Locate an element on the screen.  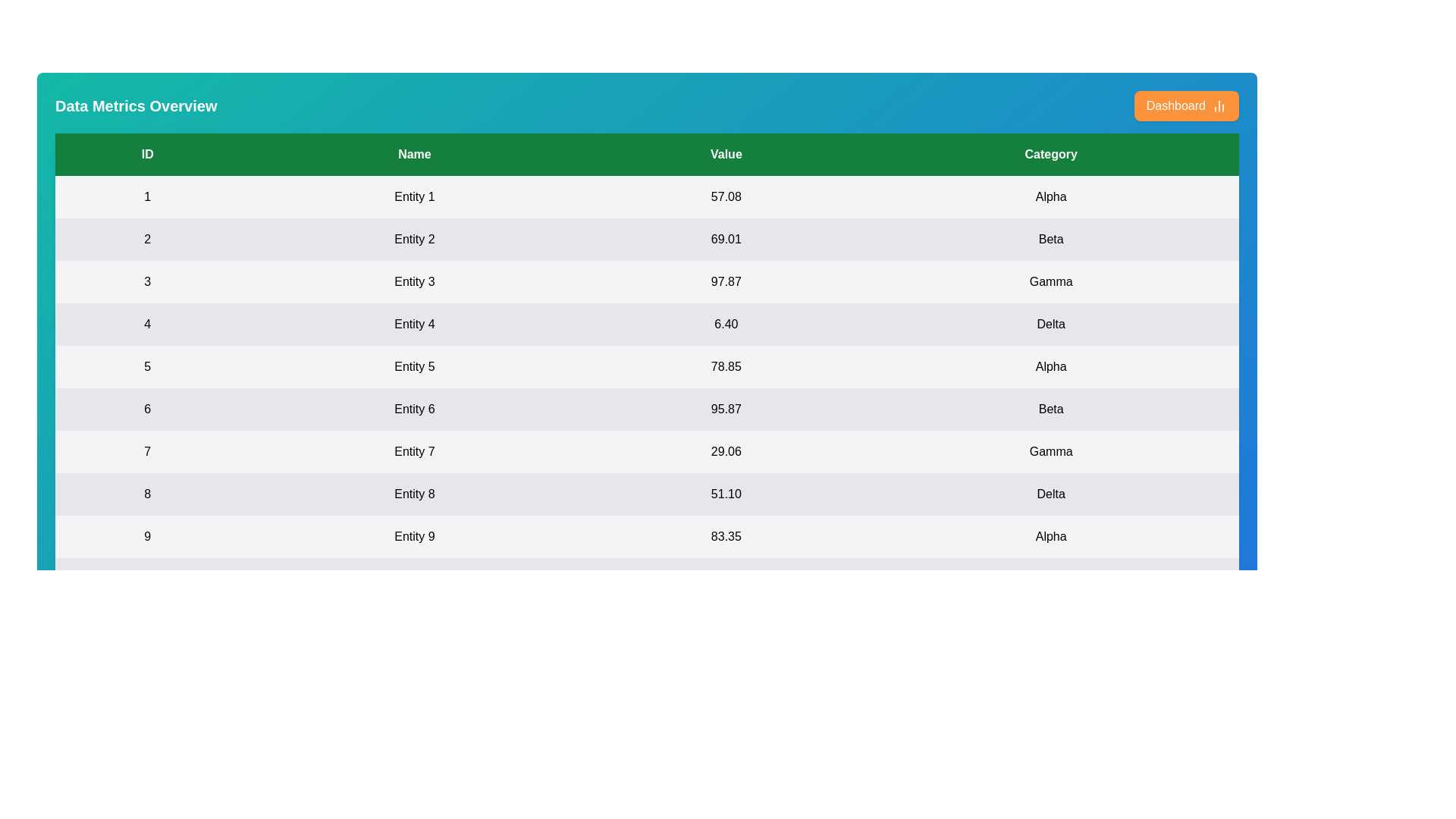
the row corresponding to 7 is located at coordinates (647, 451).